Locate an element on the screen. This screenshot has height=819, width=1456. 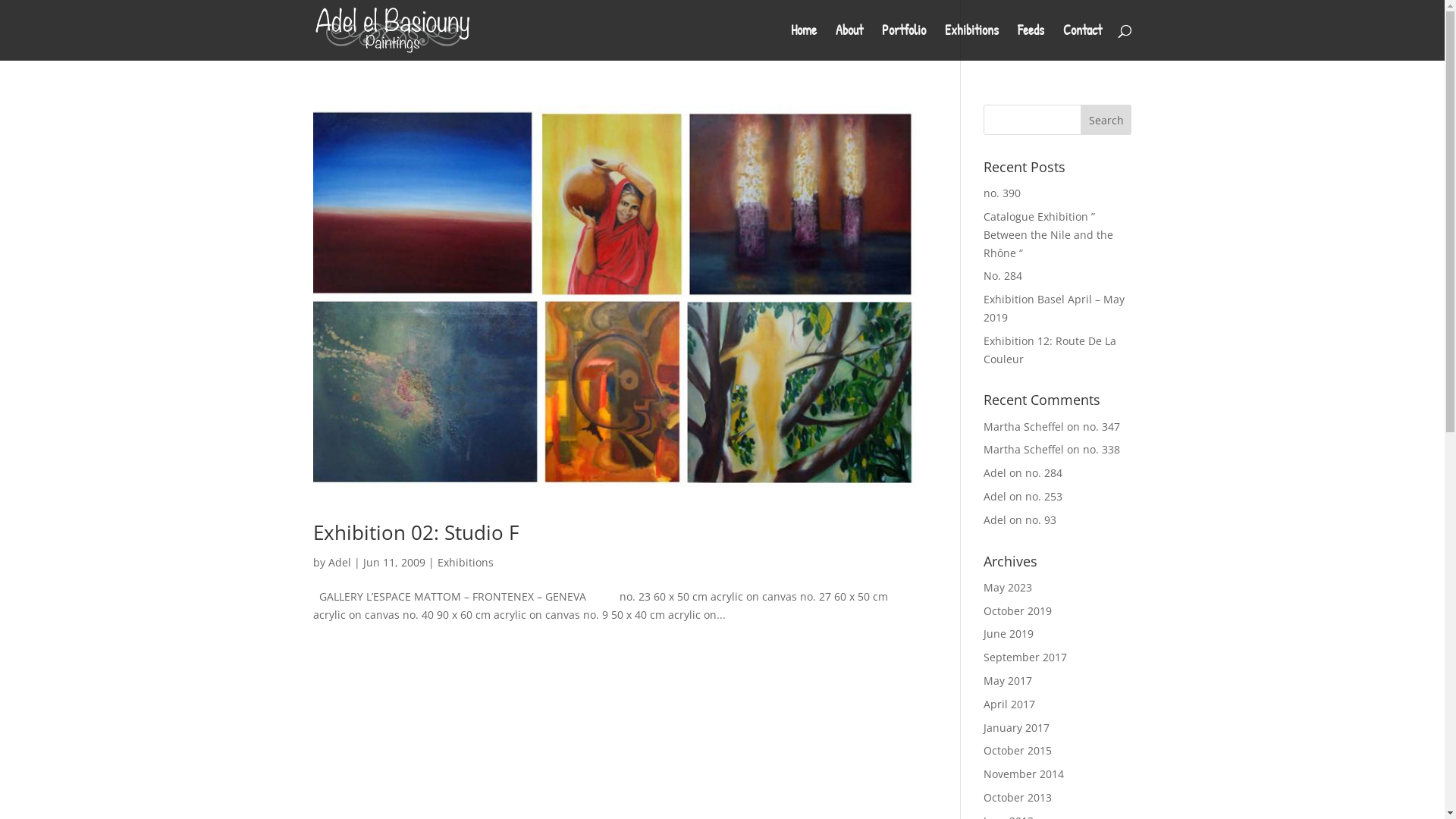
'May 2017' is located at coordinates (1008, 679).